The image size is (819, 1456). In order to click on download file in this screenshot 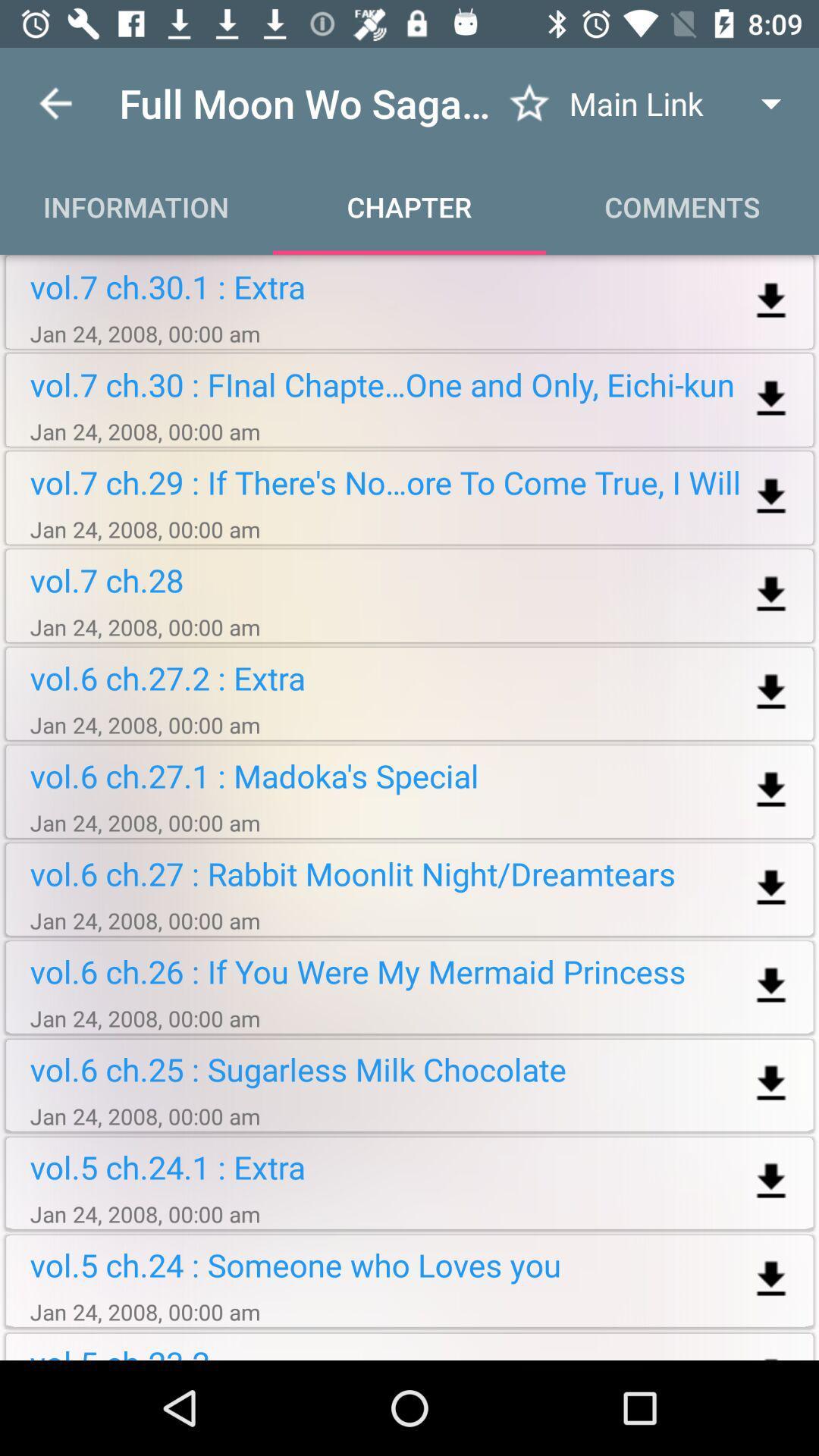, I will do `click(771, 1083)`.